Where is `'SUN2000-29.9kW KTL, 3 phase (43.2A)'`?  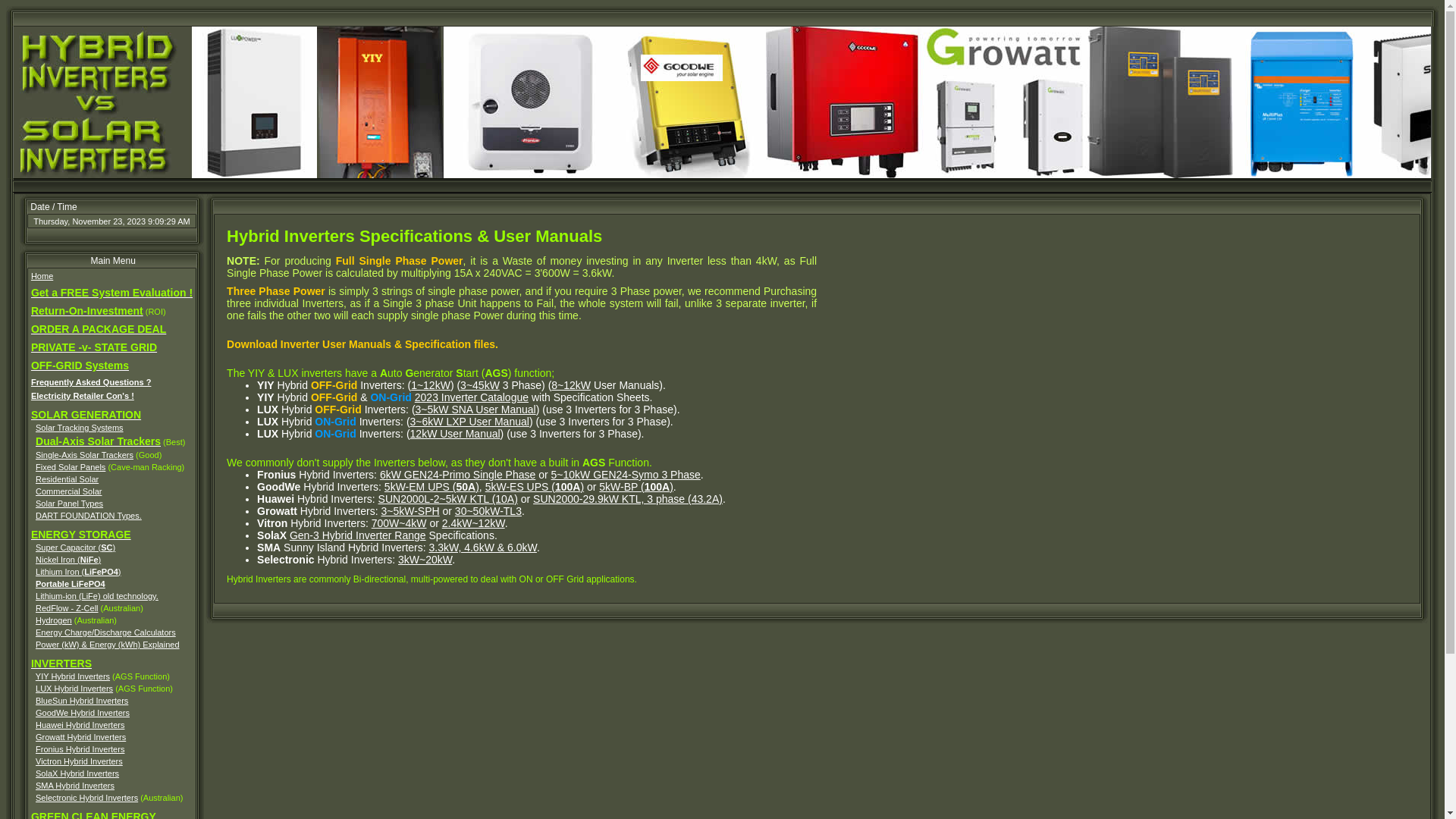
'SUN2000-29.9kW KTL, 3 phase (43.2A)' is located at coordinates (628, 499).